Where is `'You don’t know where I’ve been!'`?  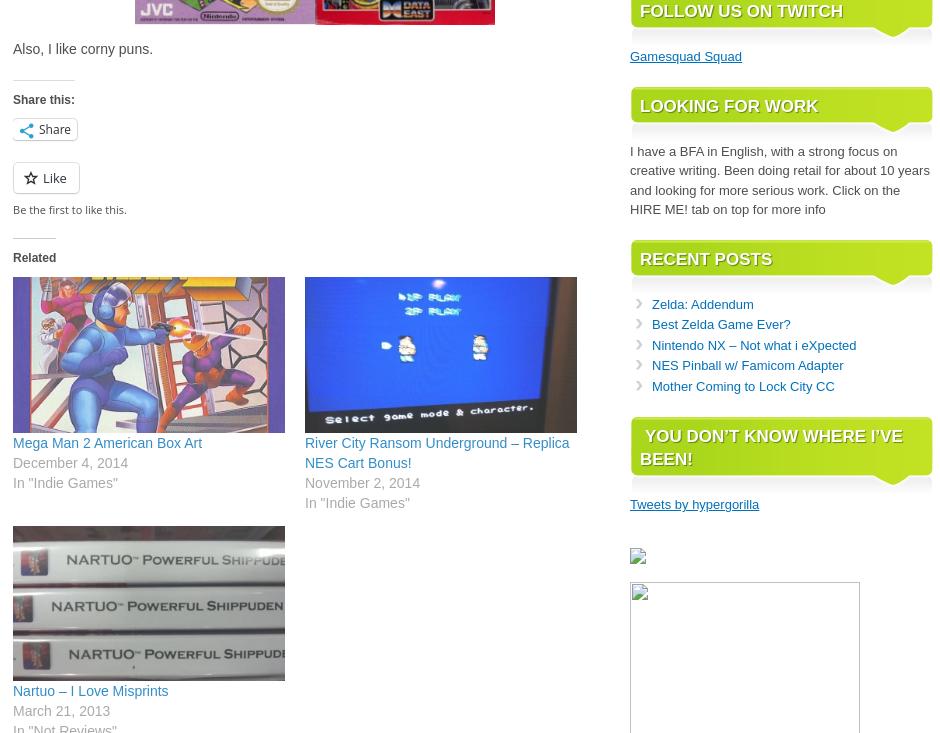 'You don’t know where I’ve been!' is located at coordinates (769, 447).